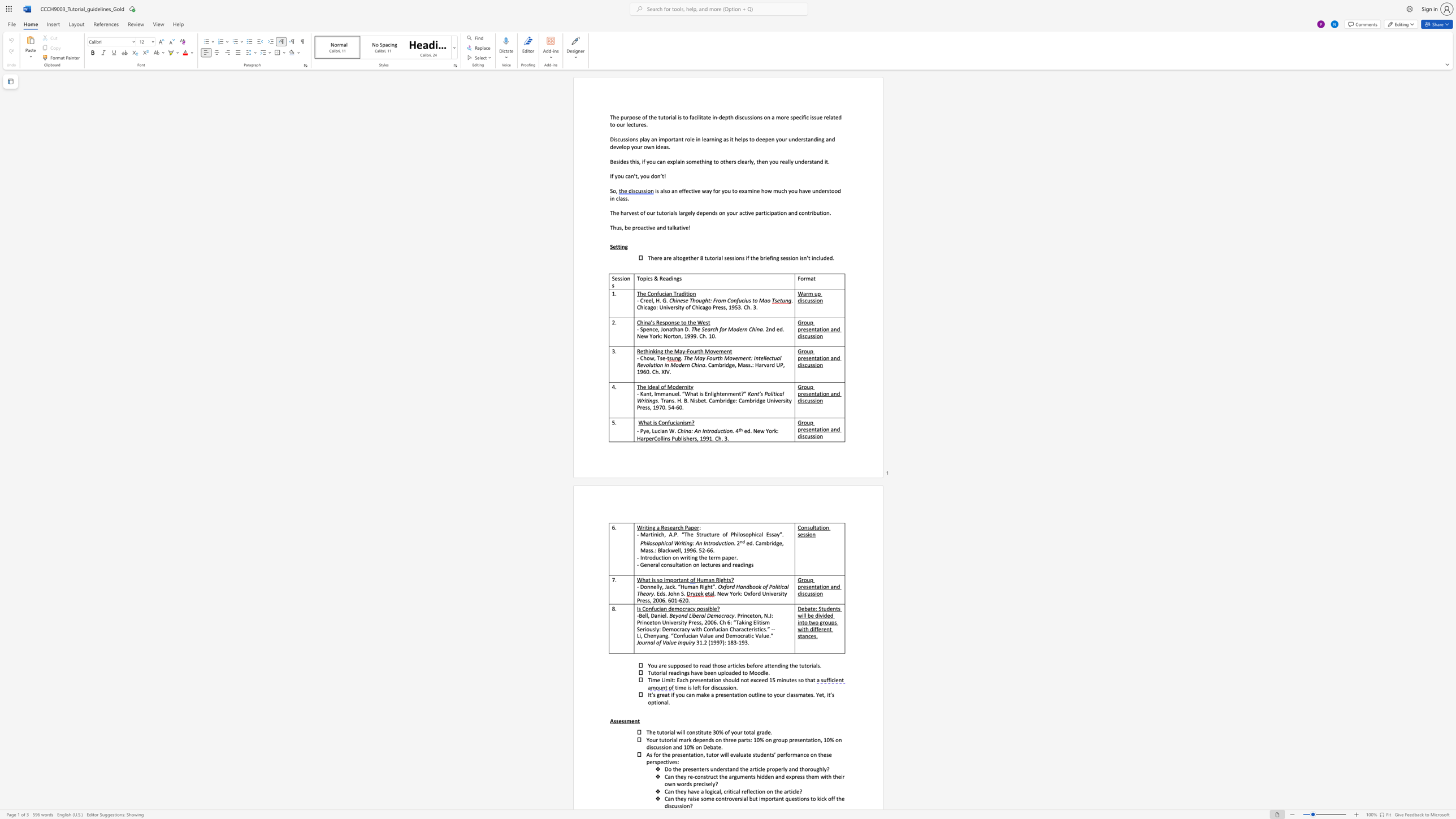 Image resolution: width=1456 pixels, height=819 pixels. Describe the element at coordinates (664, 557) in the screenshot. I see `the subset text "on on writing the term paper." within the text "Introduction on writing the term paper."` at that location.